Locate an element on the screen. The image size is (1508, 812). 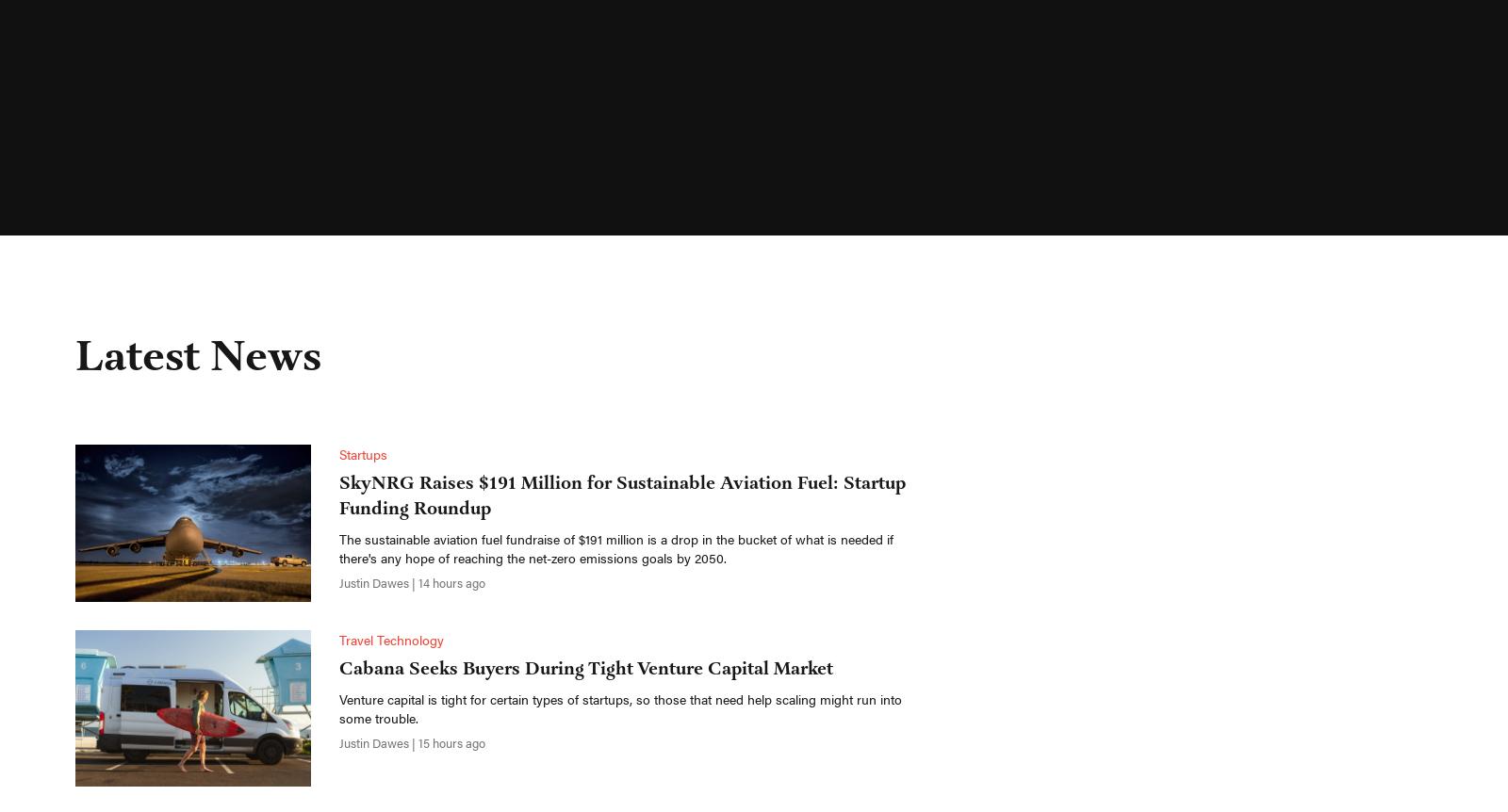
'Get Access' is located at coordinates (790, 31).